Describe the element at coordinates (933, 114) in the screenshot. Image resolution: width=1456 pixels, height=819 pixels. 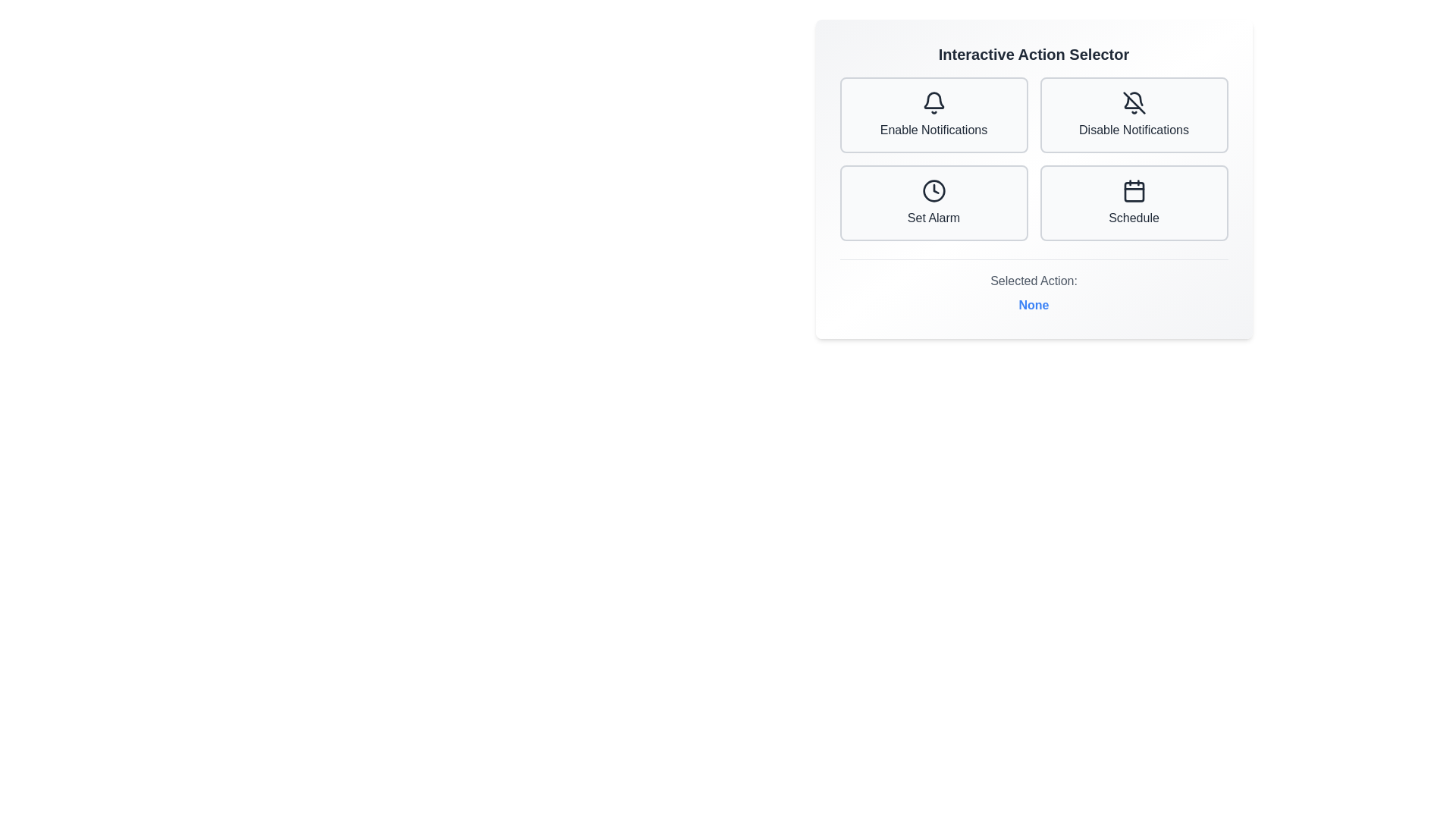
I see `the button corresponding to Enable Notifications` at that location.